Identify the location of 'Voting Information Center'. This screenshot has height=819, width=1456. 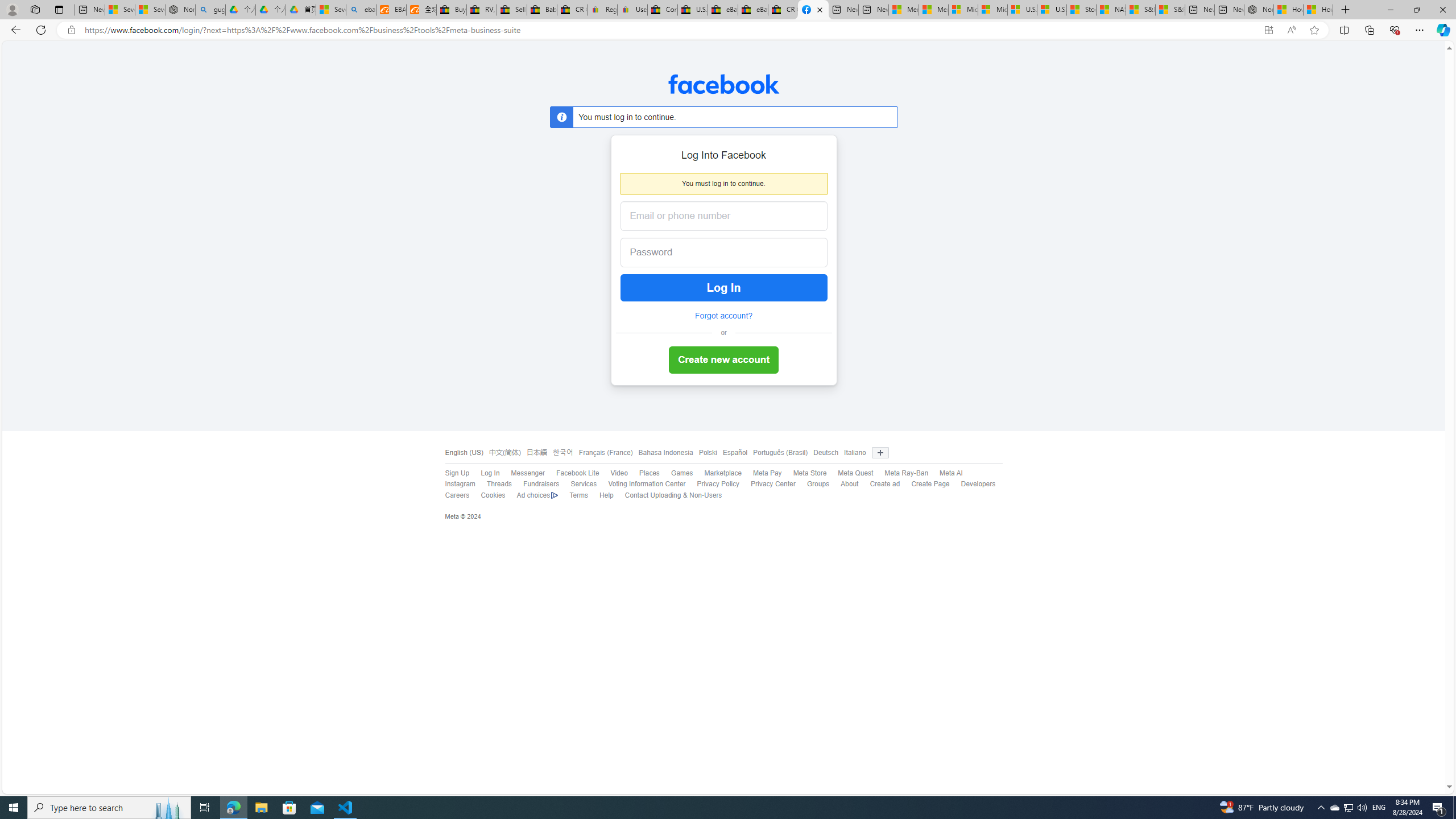
(640, 484).